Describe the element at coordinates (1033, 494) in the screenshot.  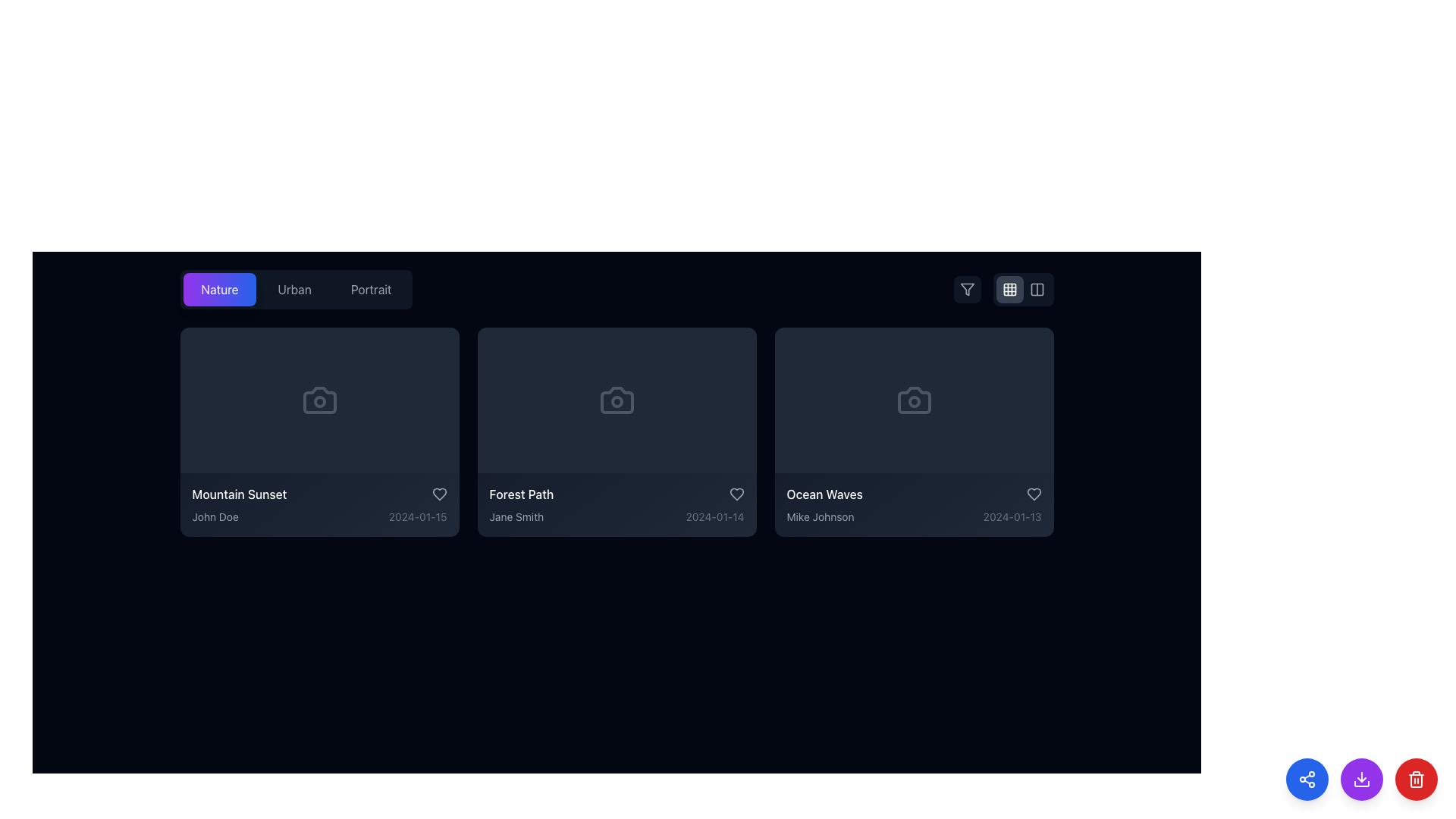
I see `the heart icon at the bottom-right corner of the 'Ocean Waves' card` at that location.